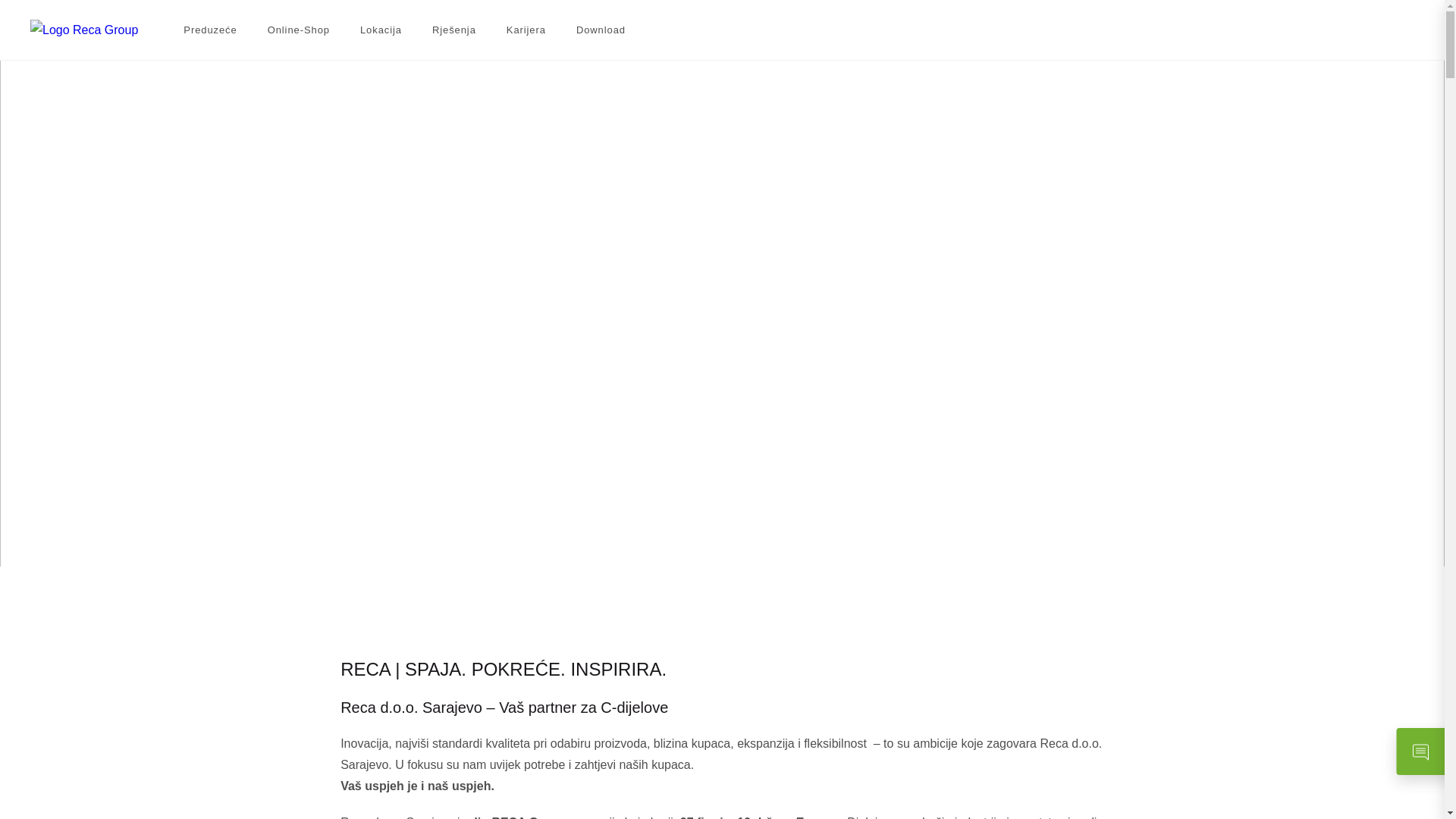 Image resolution: width=1456 pixels, height=819 pixels. What do you see at coordinates (575, 30) in the screenshot?
I see `'Download'` at bounding box center [575, 30].